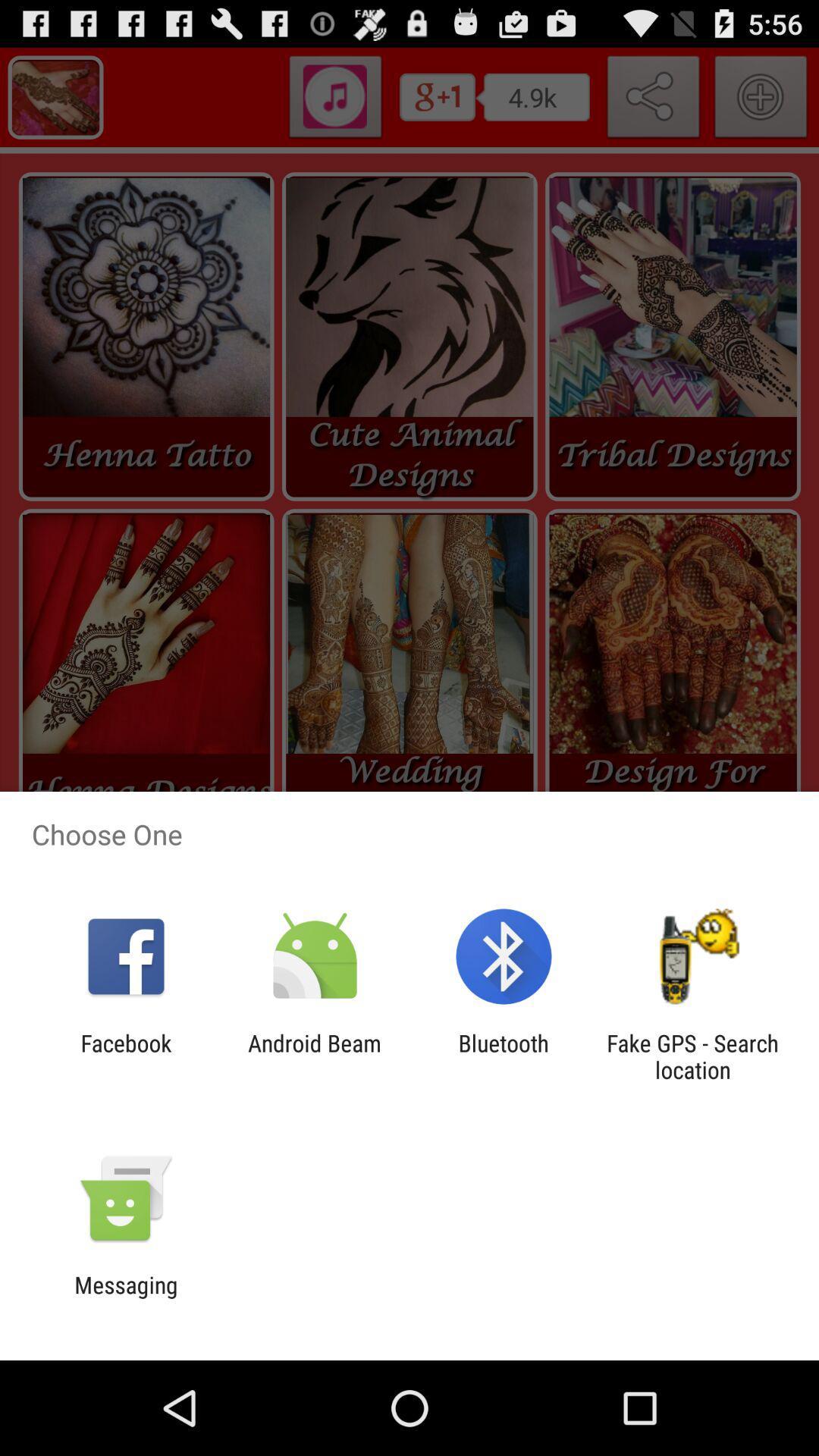  What do you see at coordinates (314, 1056) in the screenshot?
I see `icon next to facebook icon` at bounding box center [314, 1056].